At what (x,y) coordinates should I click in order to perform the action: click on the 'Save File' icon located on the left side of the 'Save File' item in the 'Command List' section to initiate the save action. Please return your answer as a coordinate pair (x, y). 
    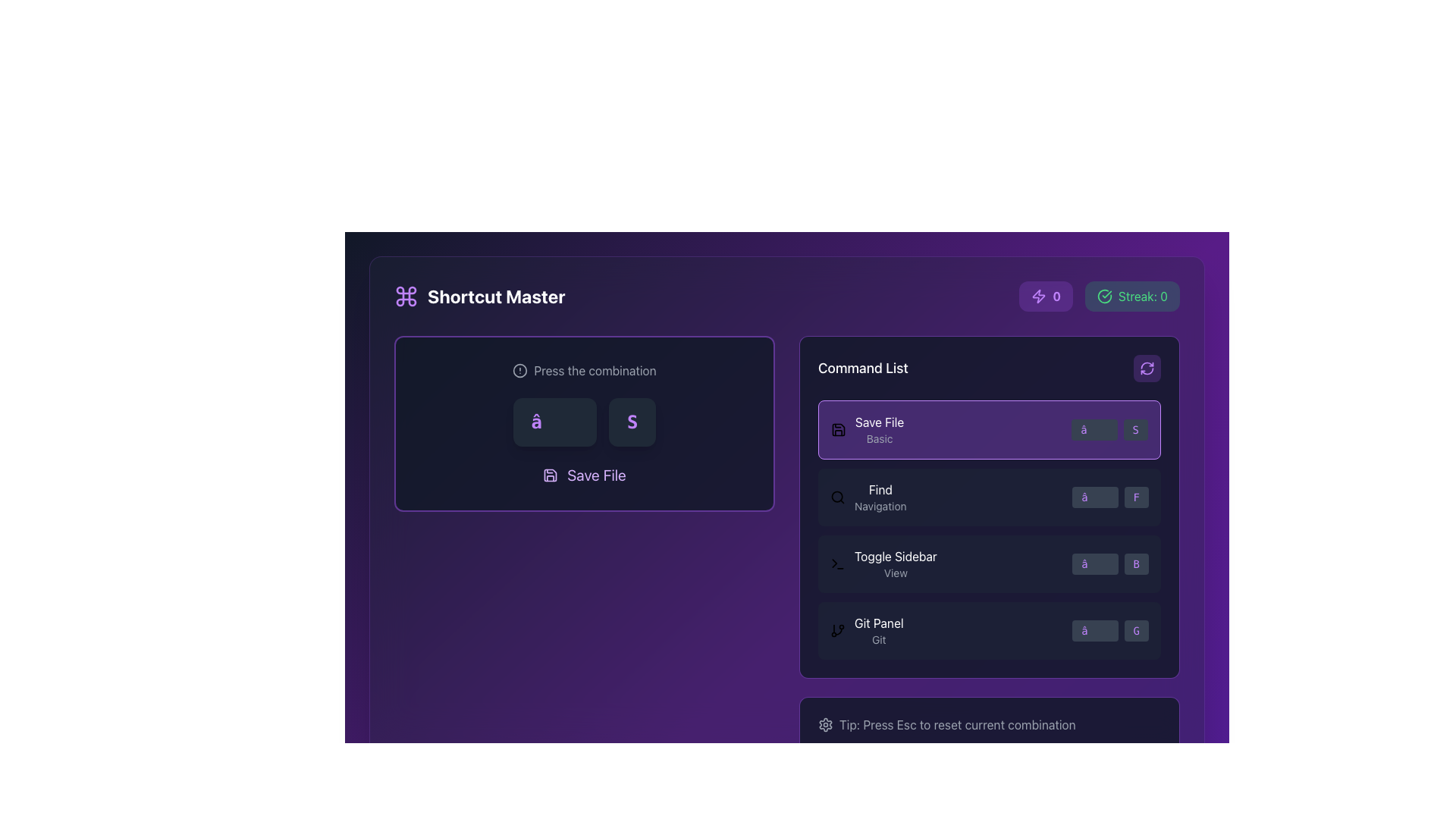
    Looking at the image, I should click on (837, 430).